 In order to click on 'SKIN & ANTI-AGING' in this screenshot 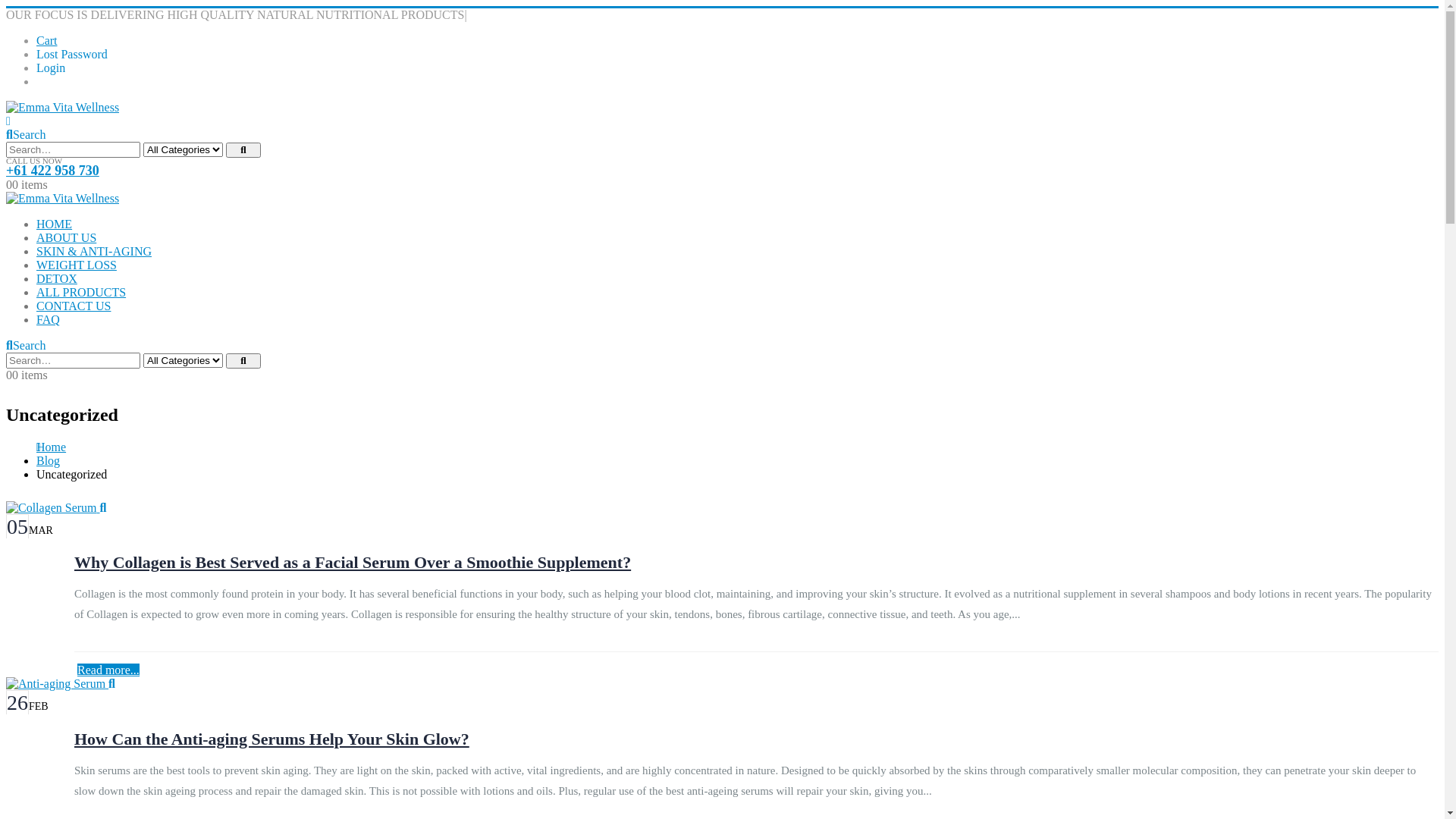, I will do `click(93, 250)`.